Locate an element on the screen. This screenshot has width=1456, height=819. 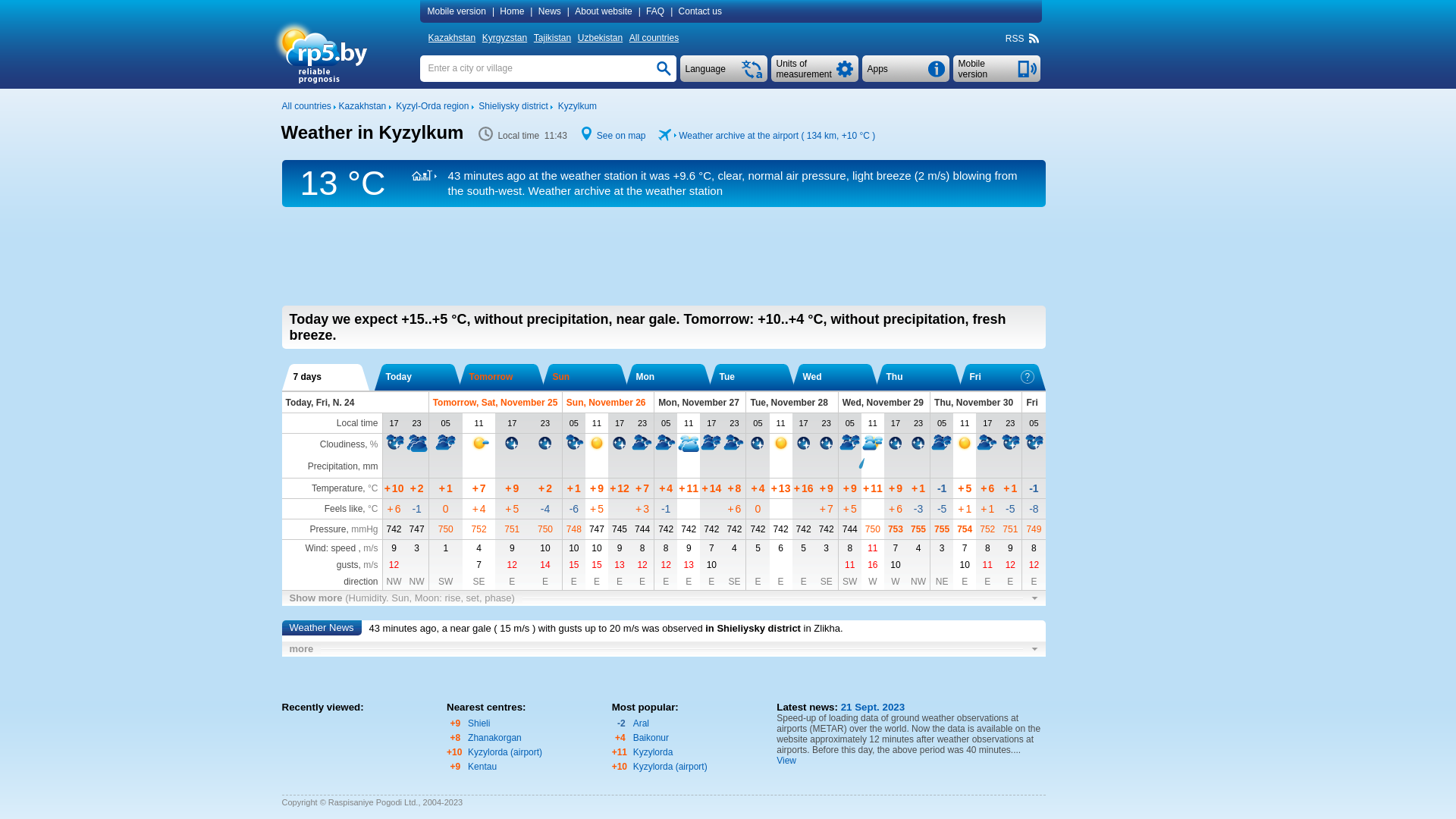
'Thu' is located at coordinates (917, 376).